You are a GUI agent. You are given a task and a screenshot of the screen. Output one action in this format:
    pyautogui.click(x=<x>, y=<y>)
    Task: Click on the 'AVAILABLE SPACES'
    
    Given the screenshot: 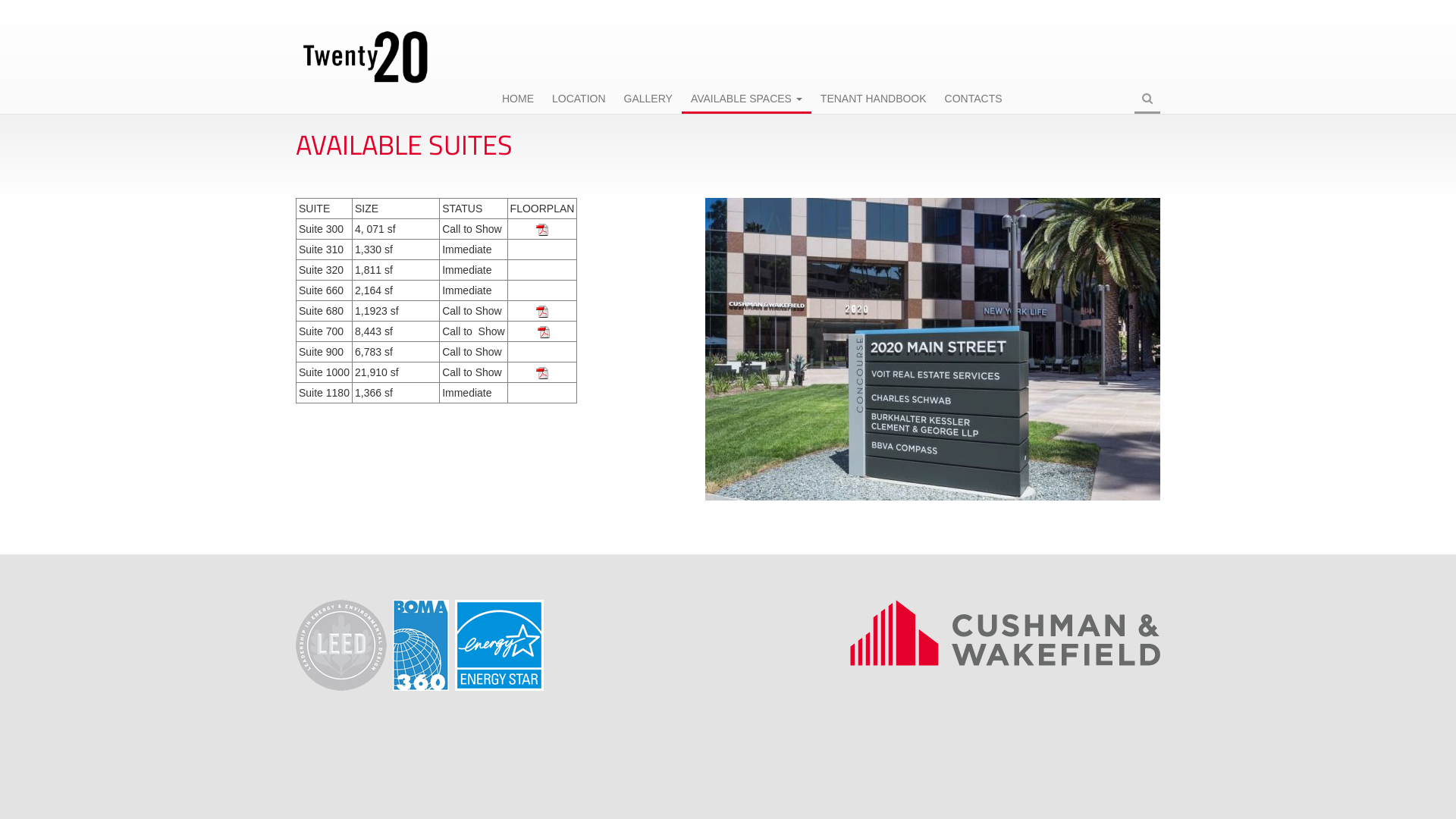 What is the action you would take?
    pyautogui.click(x=746, y=99)
    